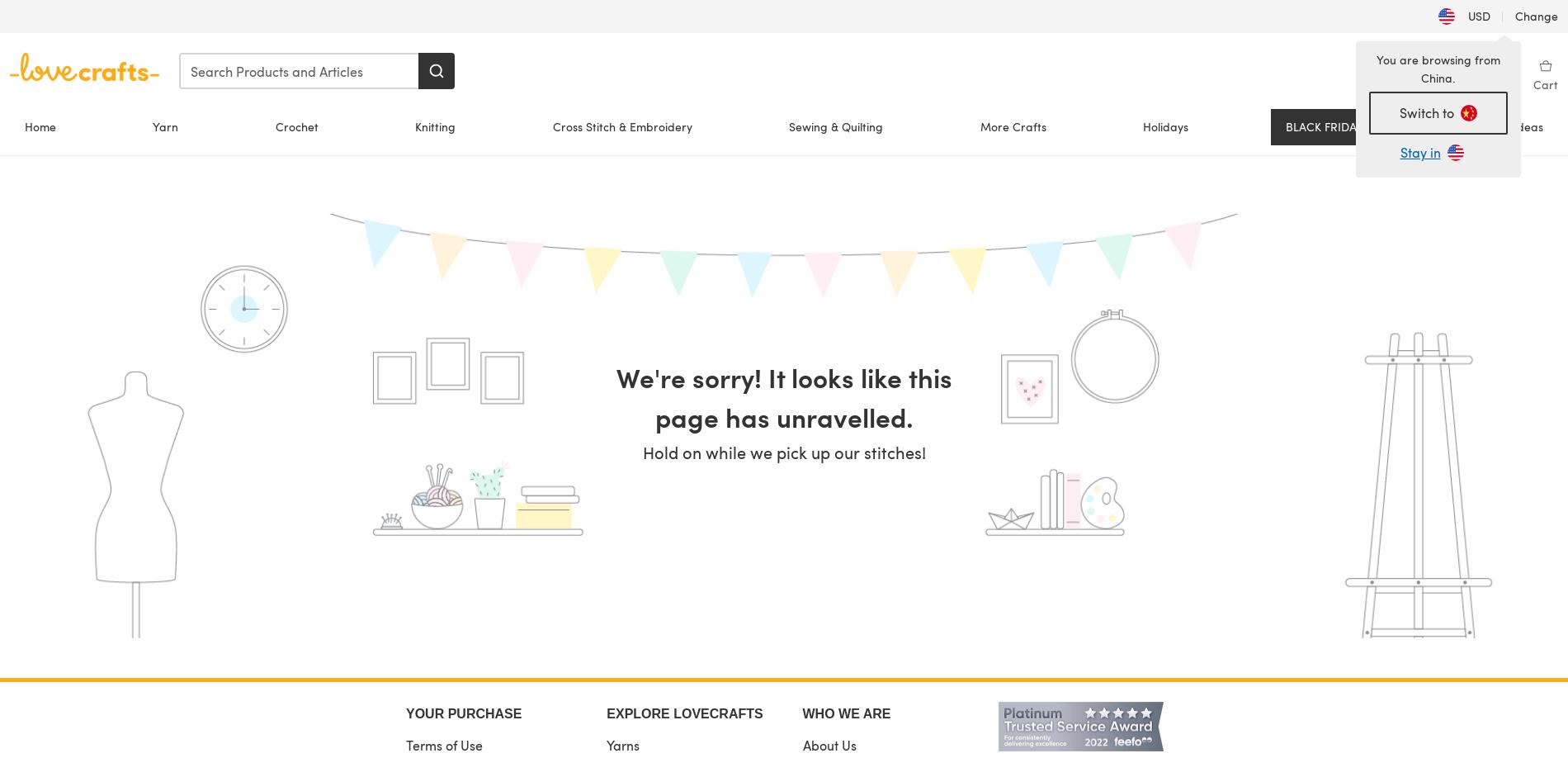 The width and height of the screenshot is (1568, 758). I want to click on 'Change', so click(1510, 16).